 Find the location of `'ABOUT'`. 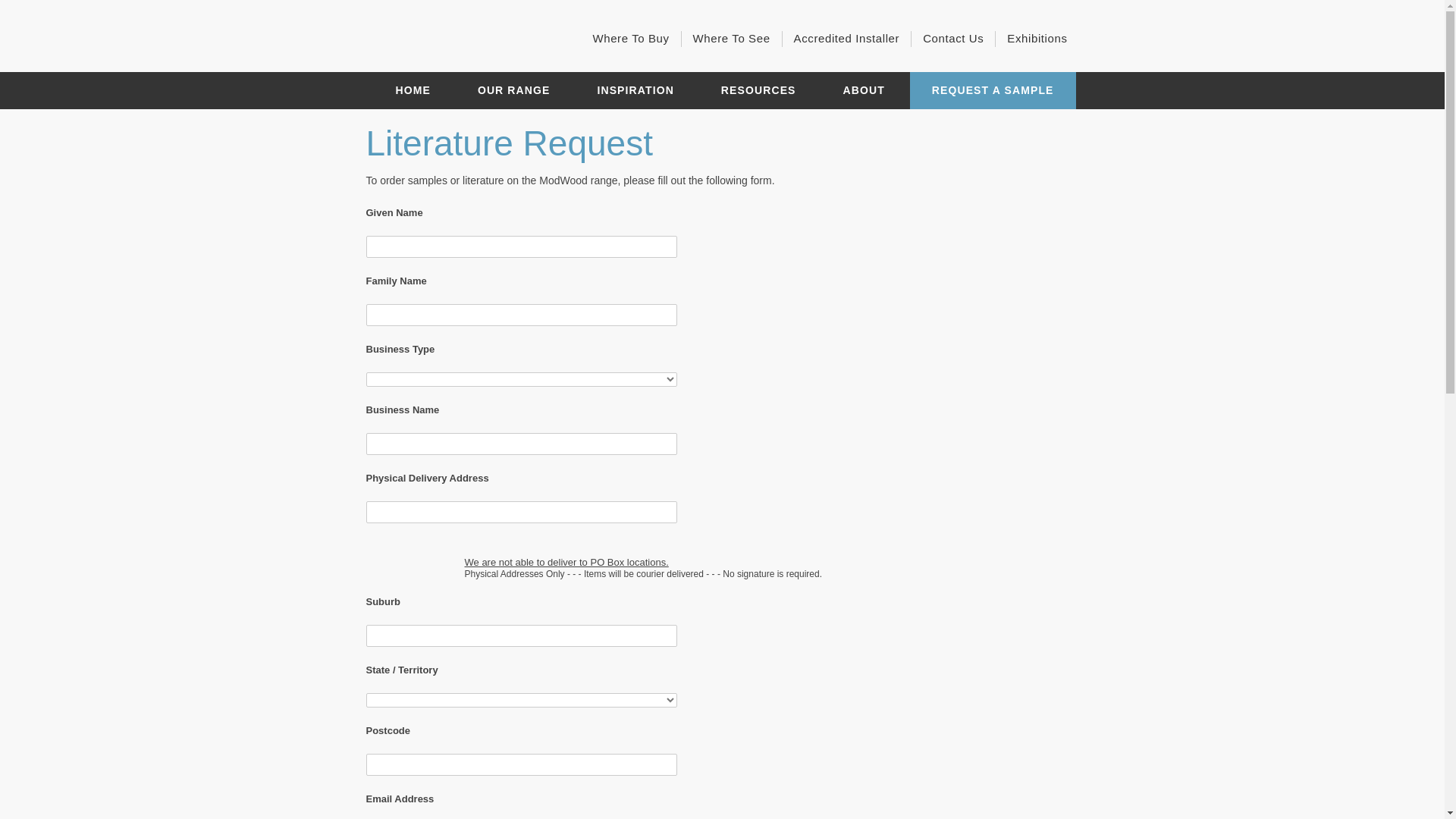

'ABOUT' is located at coordinates (863, 90).